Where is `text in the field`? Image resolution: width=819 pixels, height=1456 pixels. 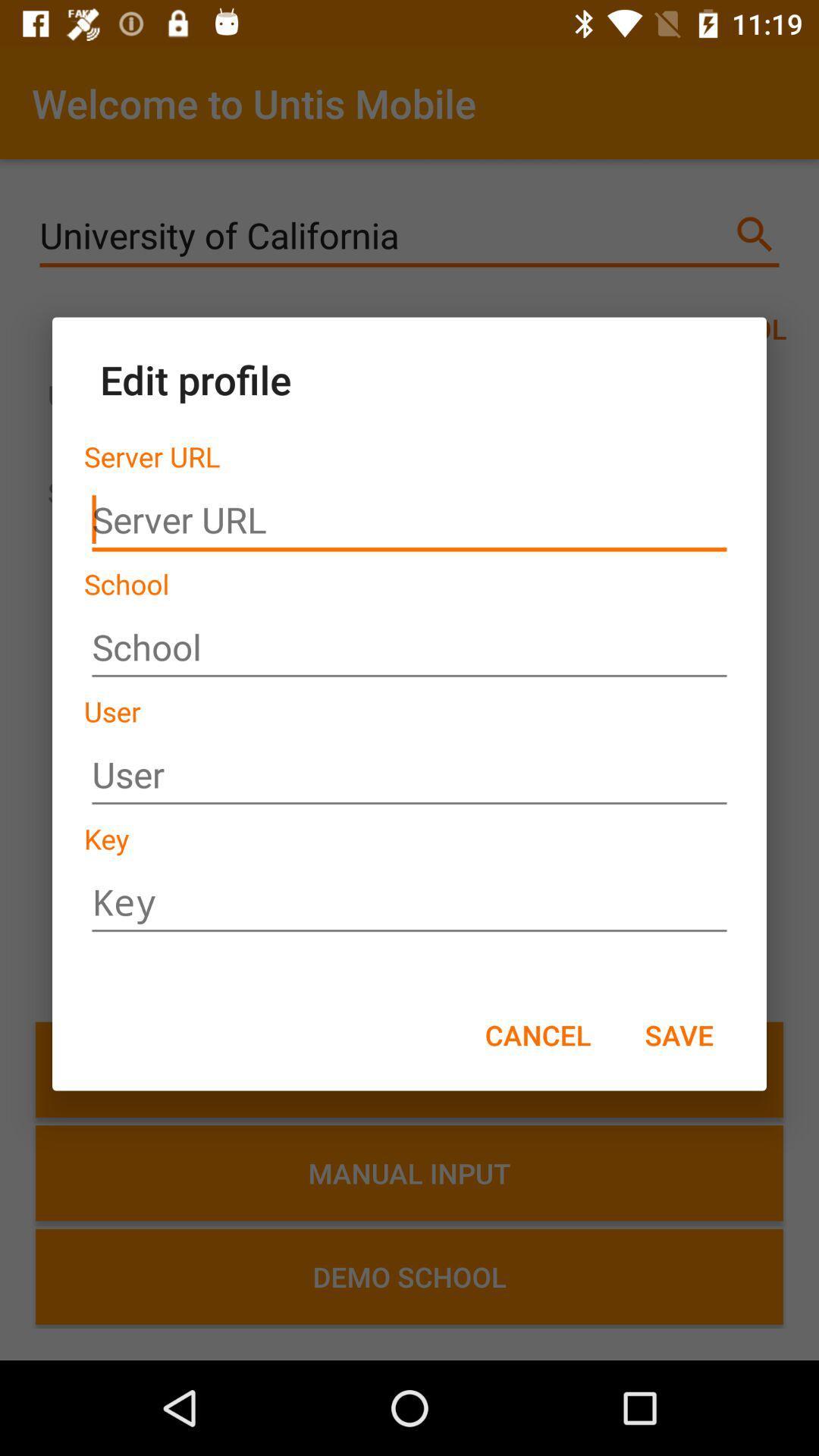
text in the field is located at coordinates (409, 775).